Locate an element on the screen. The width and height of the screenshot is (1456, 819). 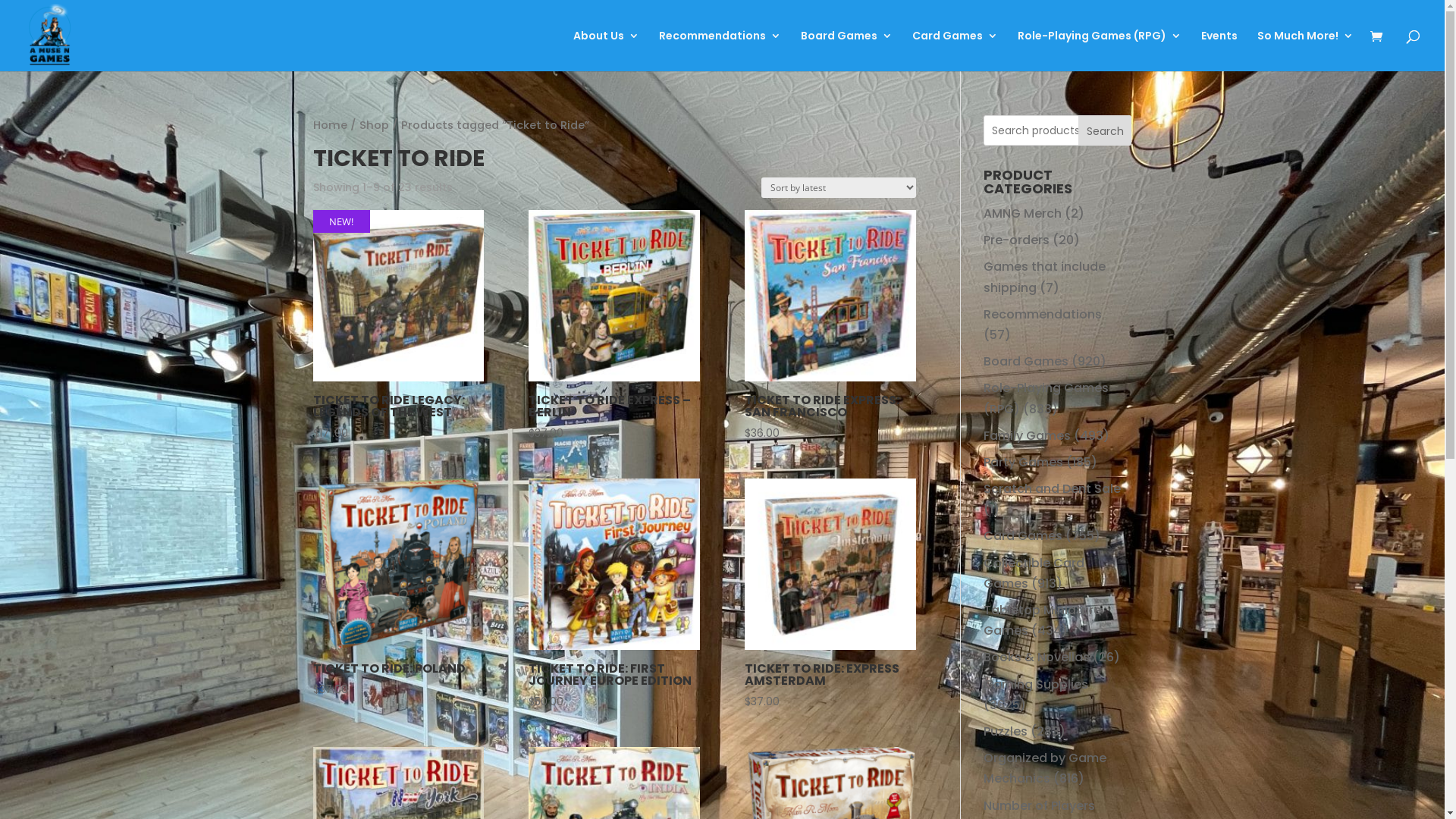
'Role-Playing Games (RPG)' is located at coordinates (1099, 49).